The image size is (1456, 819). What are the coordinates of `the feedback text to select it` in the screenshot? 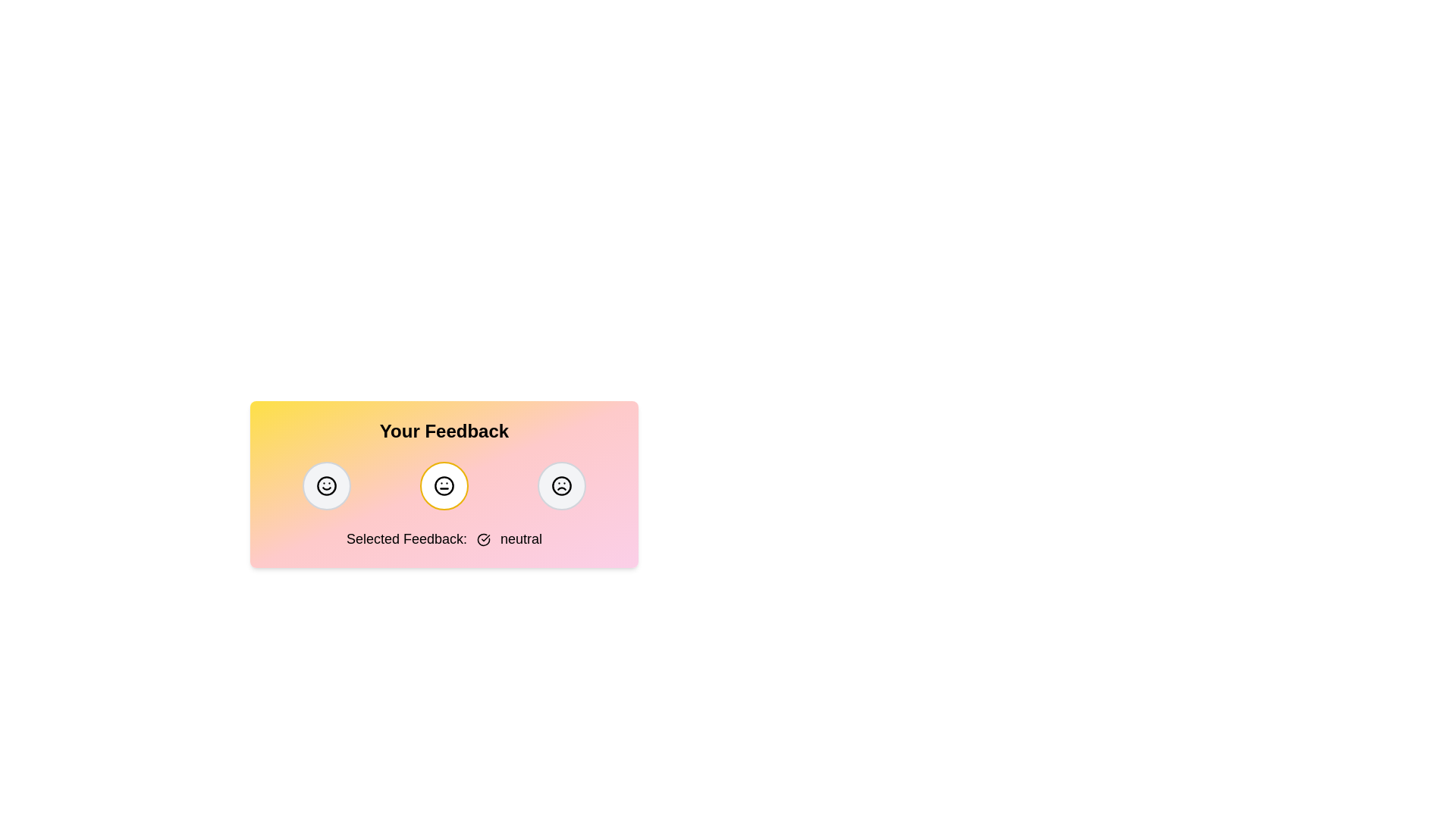 It's located at (443, 538).